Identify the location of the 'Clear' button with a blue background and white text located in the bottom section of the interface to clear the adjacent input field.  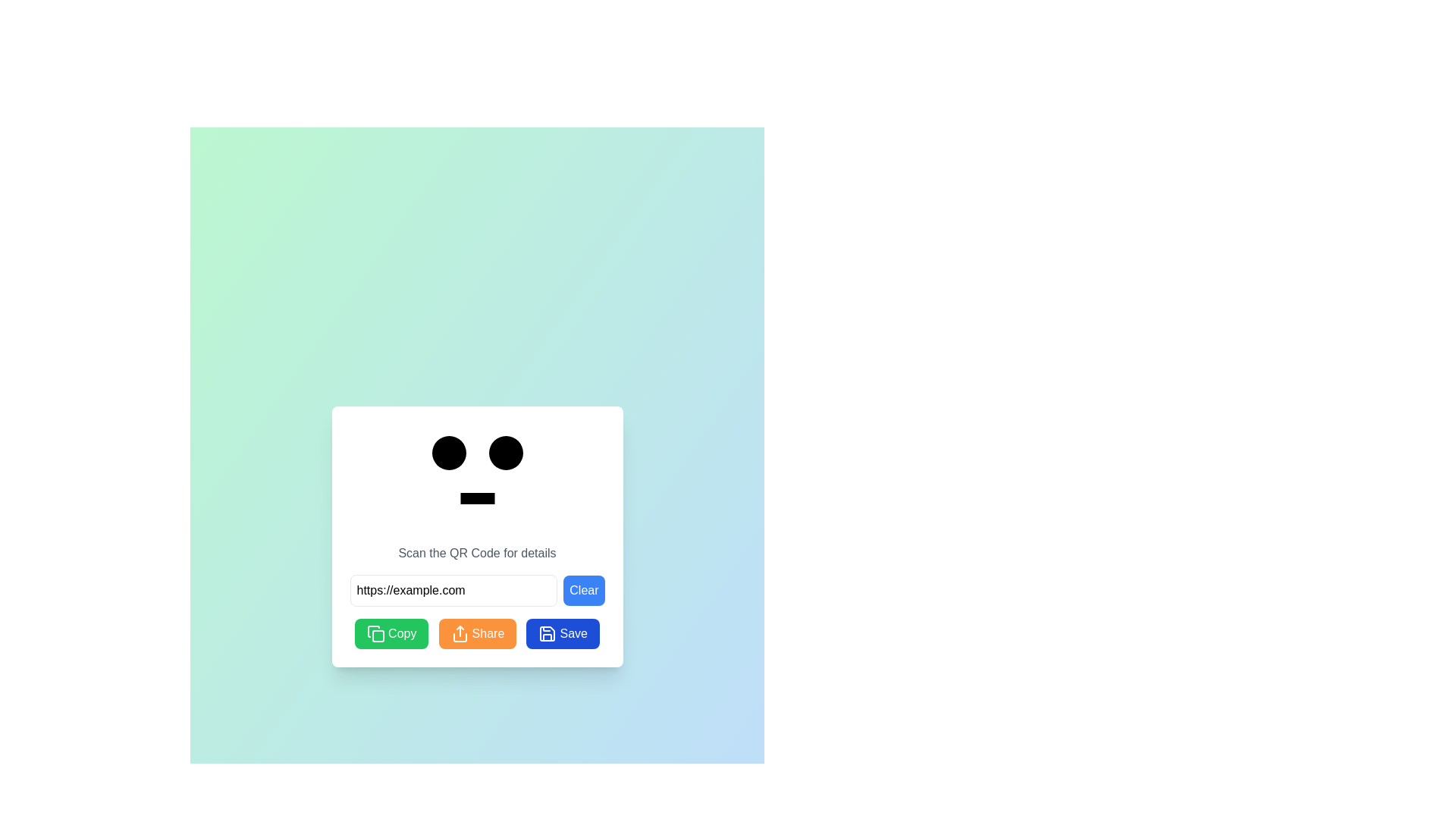
(583, 590).